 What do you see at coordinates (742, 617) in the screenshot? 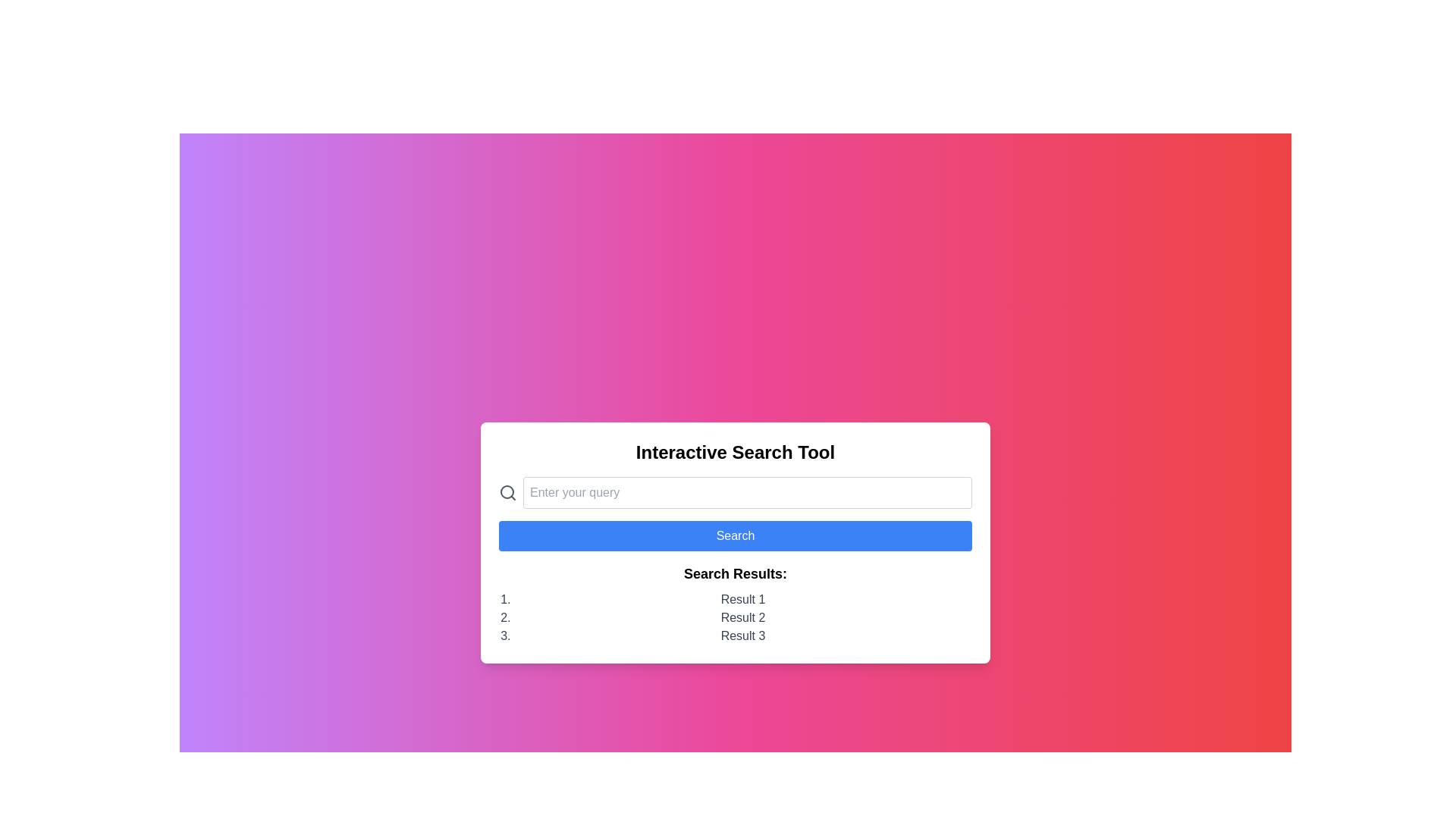
I see `the second text label in the search results list, which provides identification of an item under the 'Search Results:' header` at bounding box center [742, 617].